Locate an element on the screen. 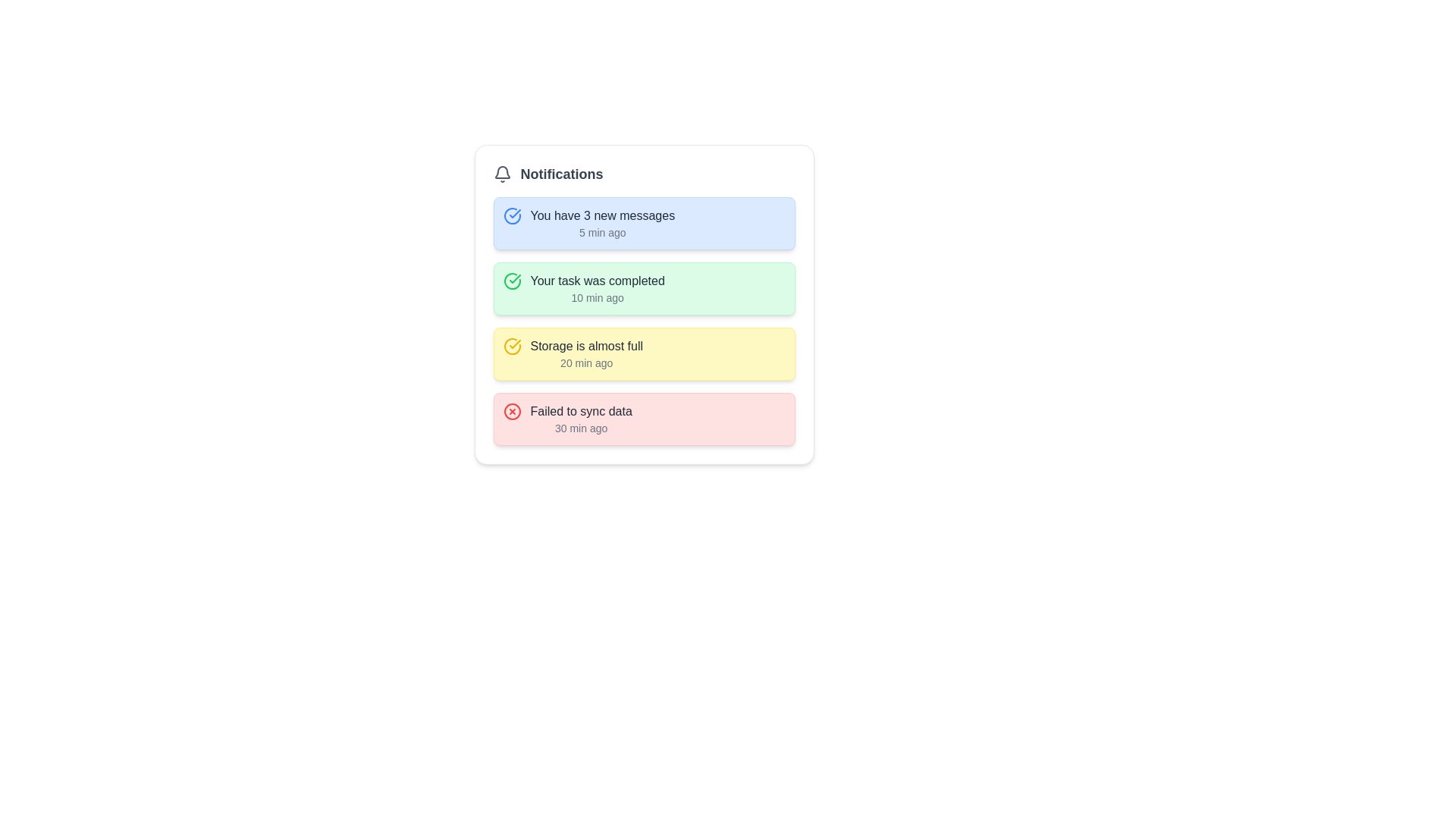  the status icon located in the uppermost notification card, positioned to the left of the text content, indicating a completed or positive status is located at coordinates (512, 216).